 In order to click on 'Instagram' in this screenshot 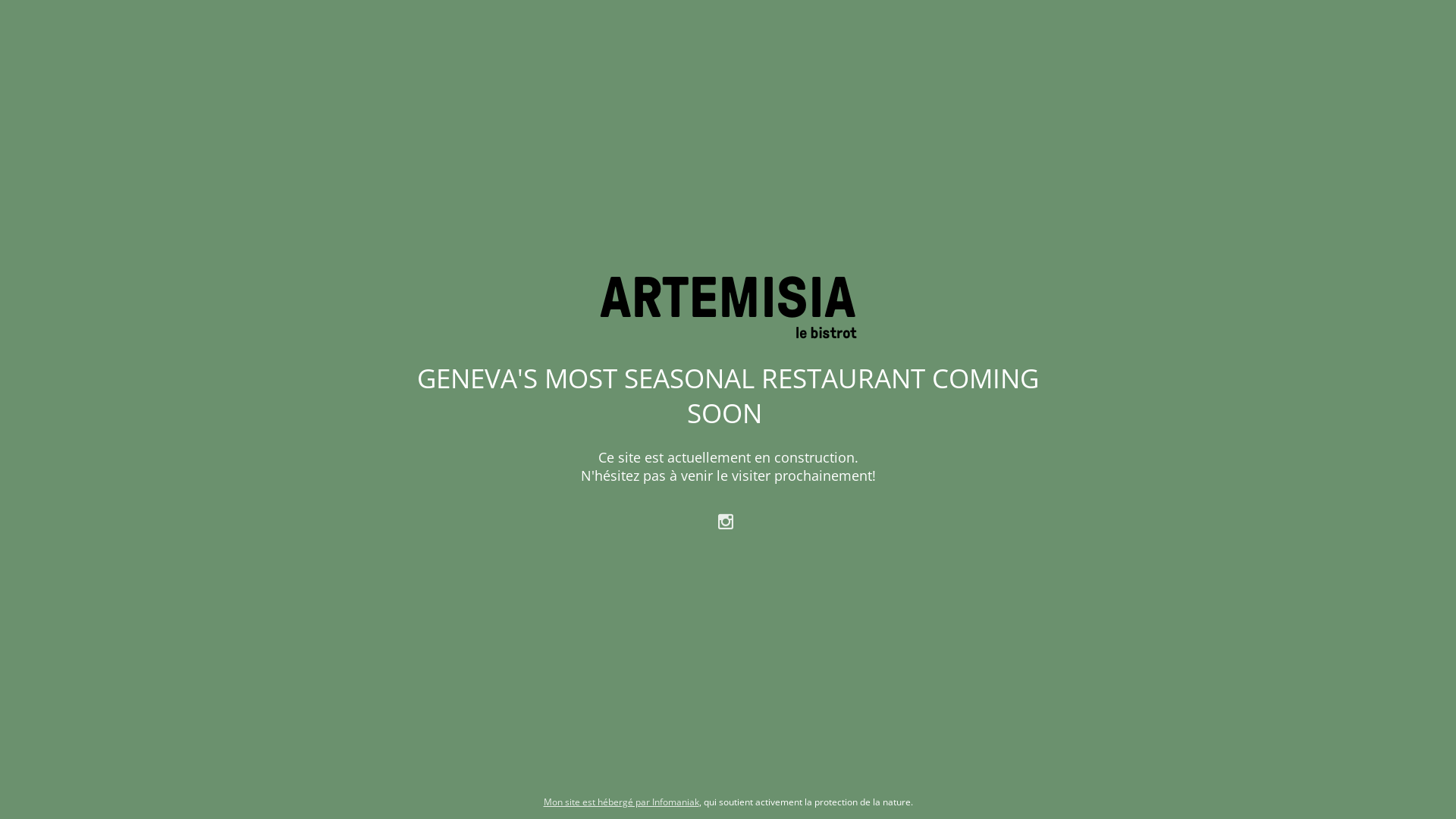, I will do `click(728, 519)`.